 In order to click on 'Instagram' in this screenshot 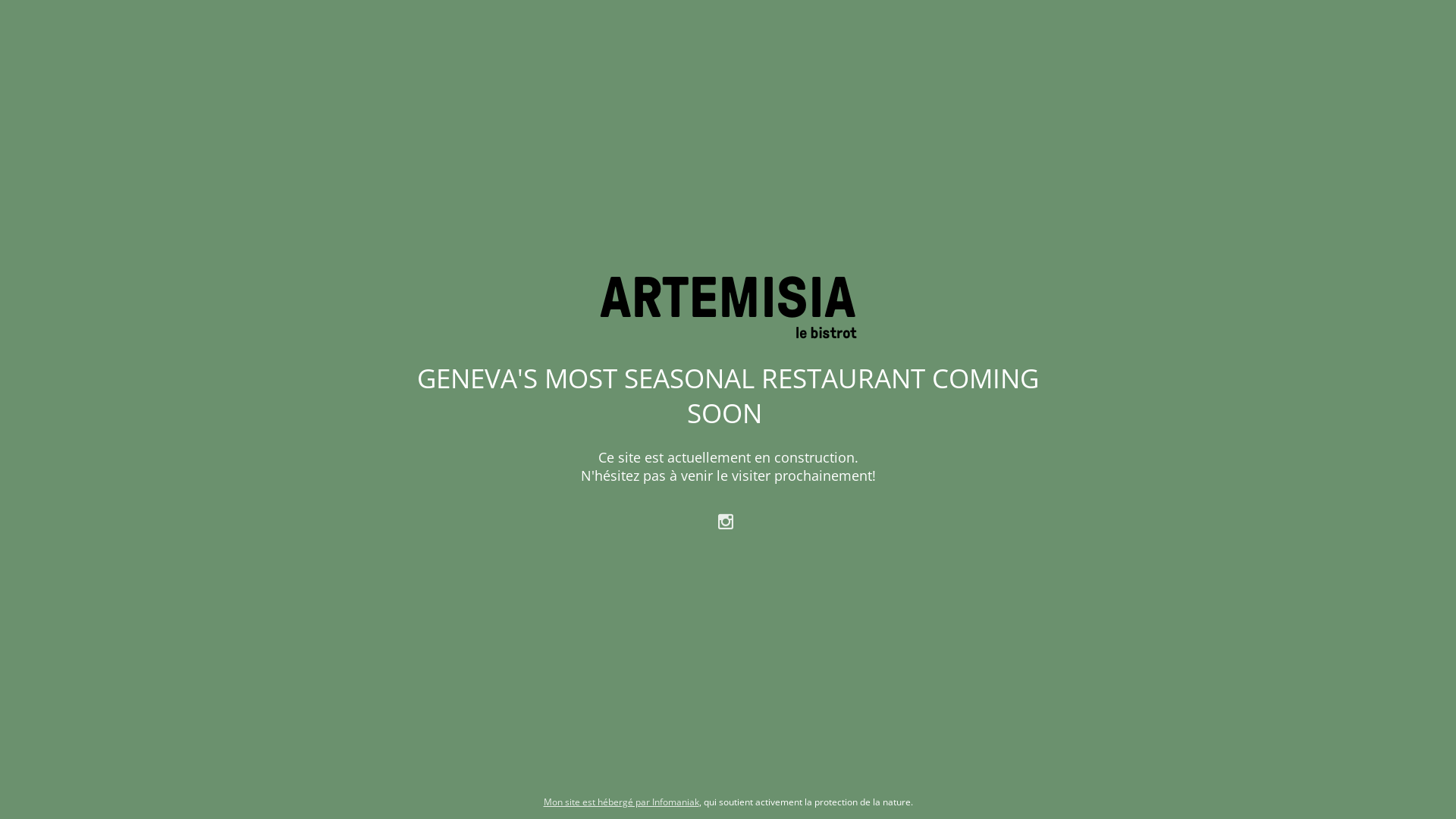, I will do `click(728, 519)`.